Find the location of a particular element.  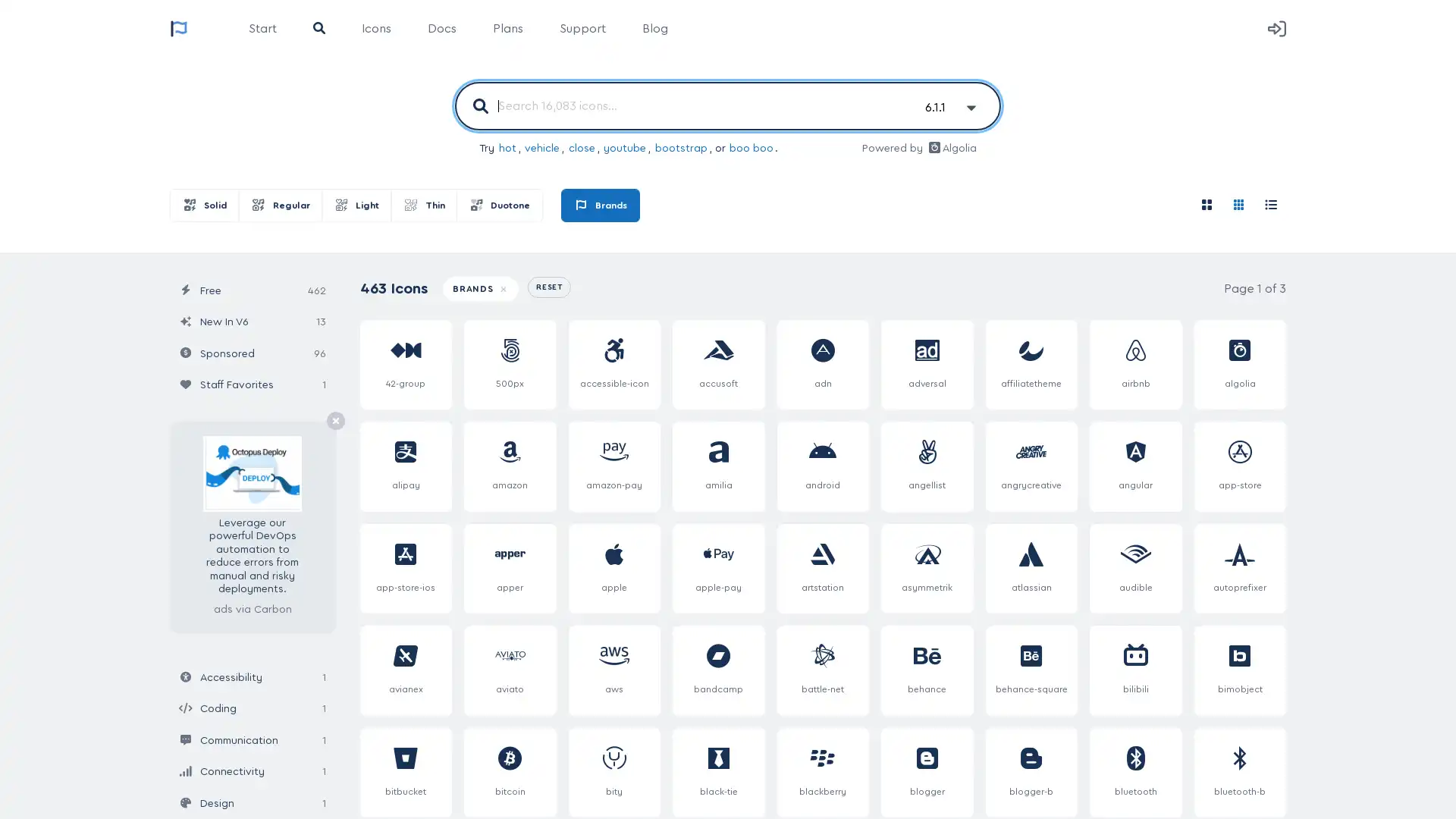

algolia is located at coordinates (1239, 375).